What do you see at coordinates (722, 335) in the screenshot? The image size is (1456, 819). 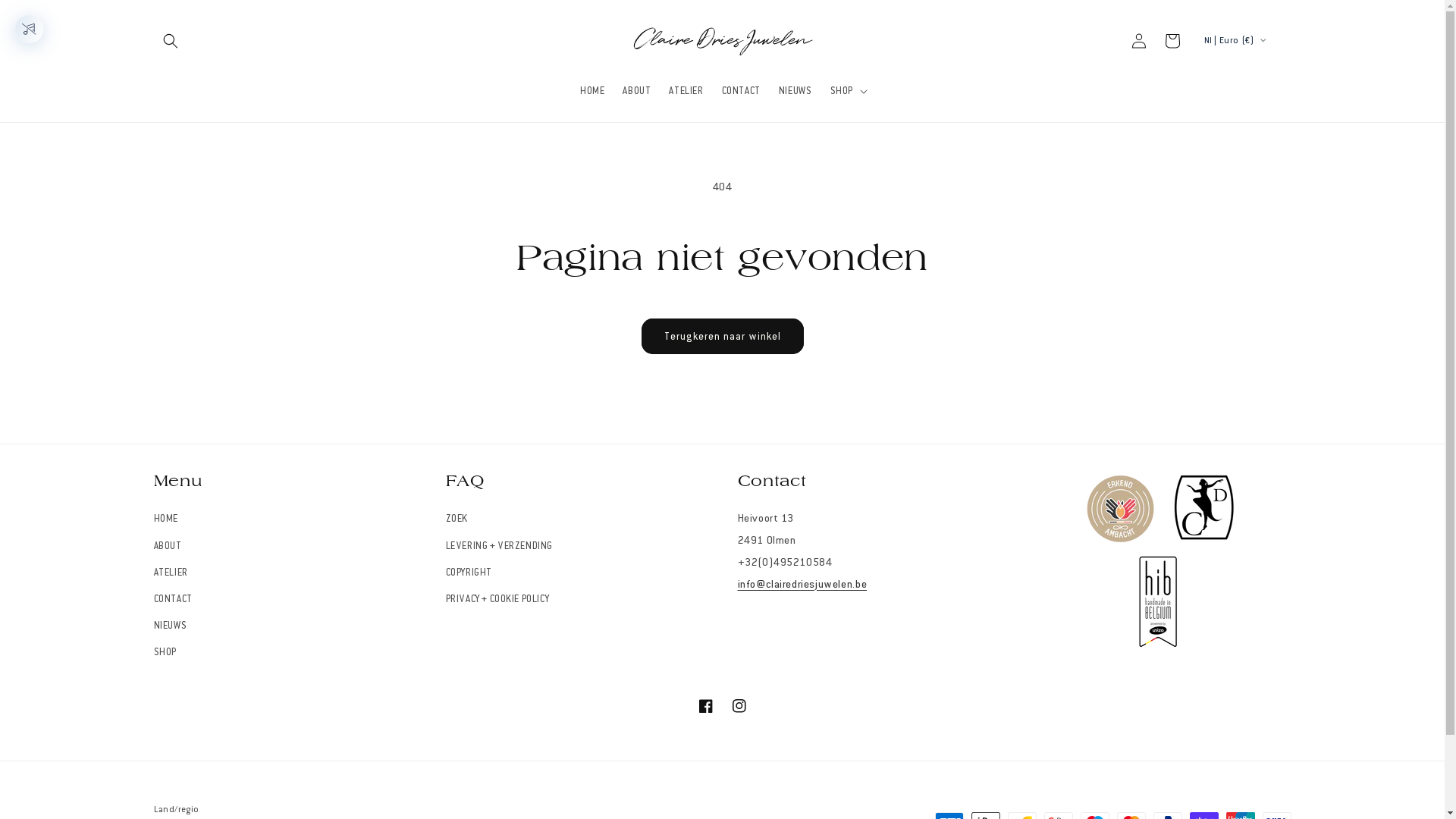 I see `'Terugkeren naar winkel'` at bounding box center [722, 335].